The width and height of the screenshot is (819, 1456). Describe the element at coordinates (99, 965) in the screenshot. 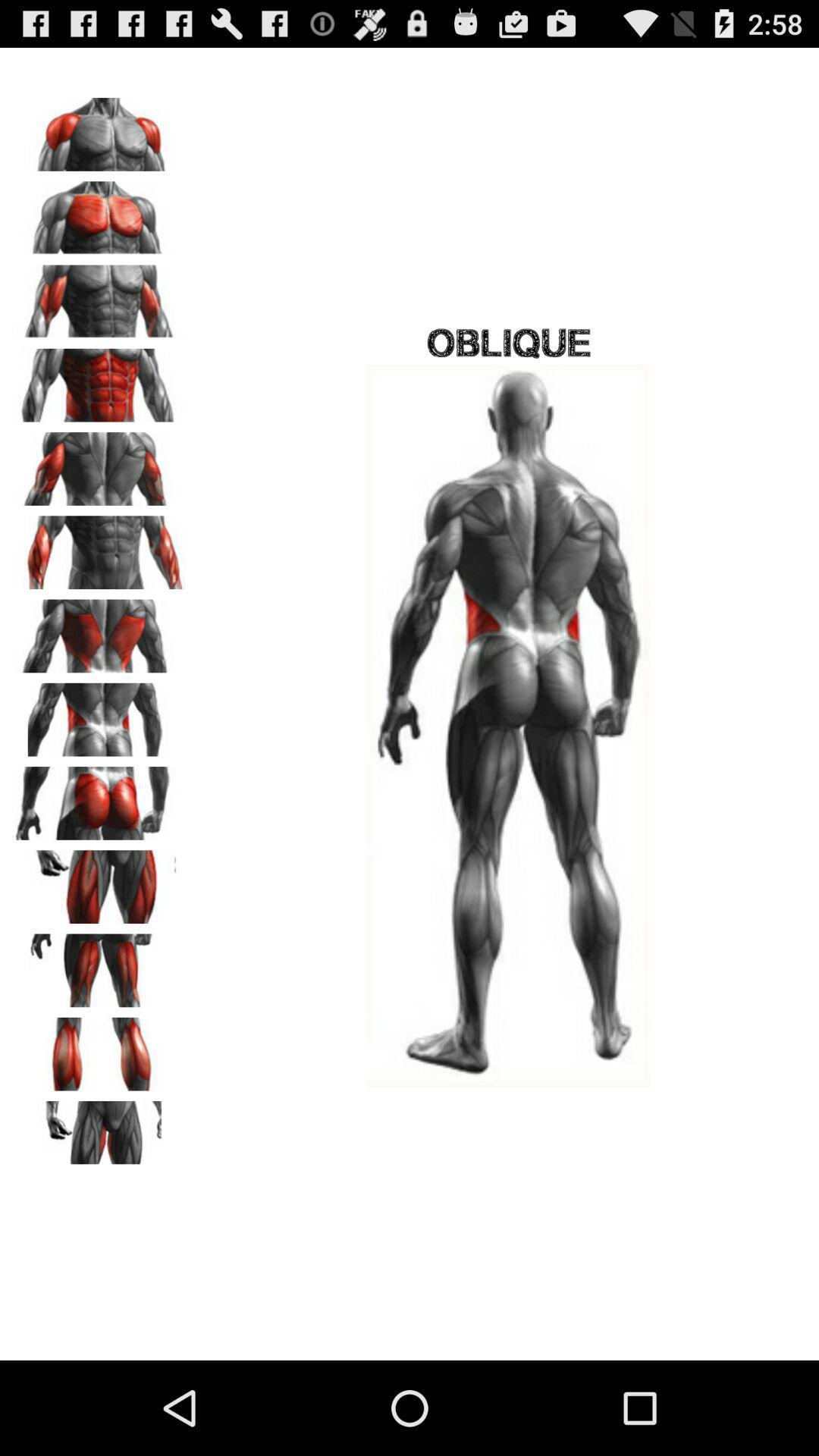

I see `animation` at that location.